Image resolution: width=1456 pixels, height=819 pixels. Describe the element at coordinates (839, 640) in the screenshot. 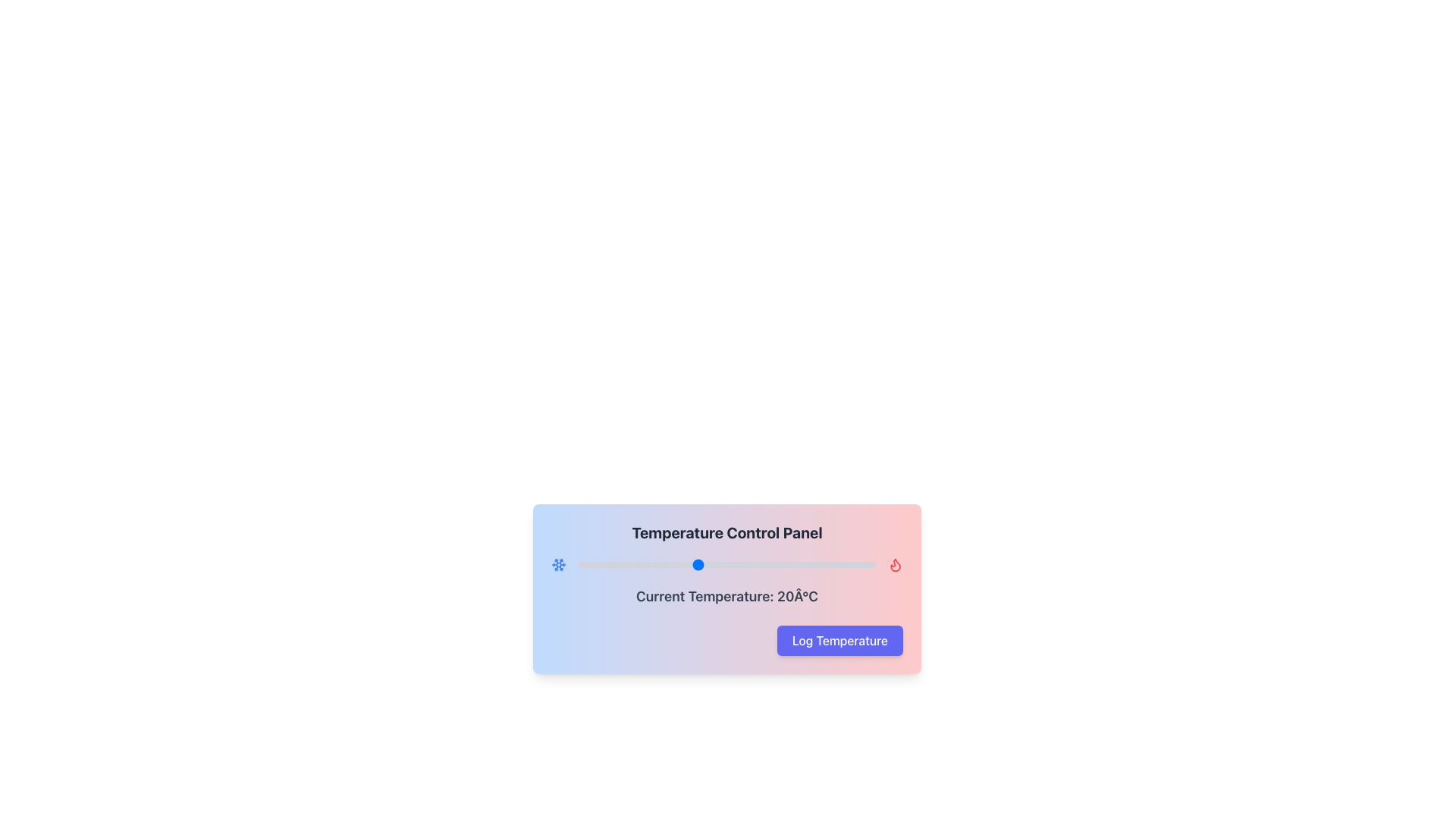

I see `the temperature logging button located near the bottom right of the temperature control panel to log the current temperature` at that location.